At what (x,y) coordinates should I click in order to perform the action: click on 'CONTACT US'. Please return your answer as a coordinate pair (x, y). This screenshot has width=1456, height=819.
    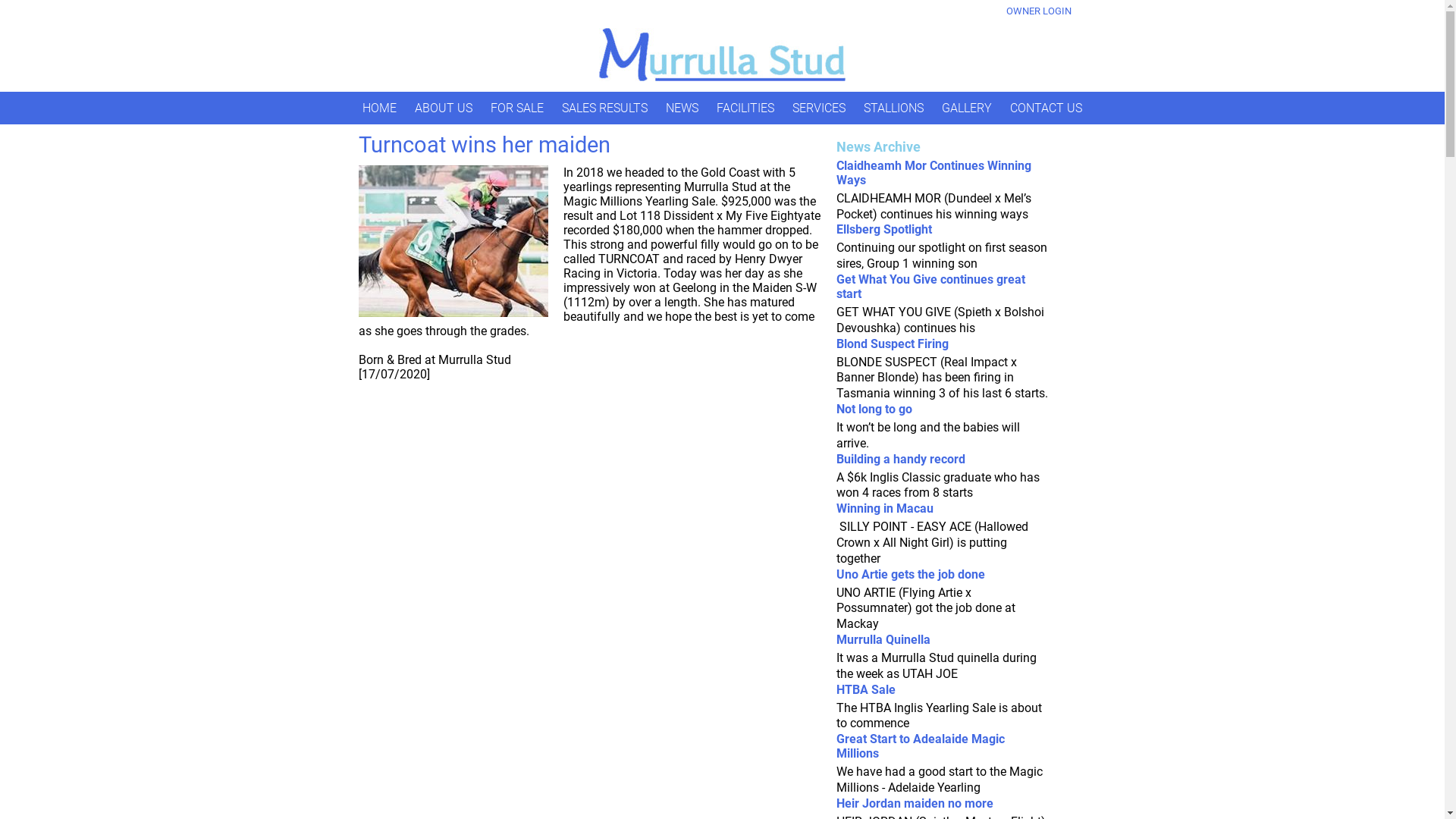
    Looking at the image, I should click on (1049, 107).